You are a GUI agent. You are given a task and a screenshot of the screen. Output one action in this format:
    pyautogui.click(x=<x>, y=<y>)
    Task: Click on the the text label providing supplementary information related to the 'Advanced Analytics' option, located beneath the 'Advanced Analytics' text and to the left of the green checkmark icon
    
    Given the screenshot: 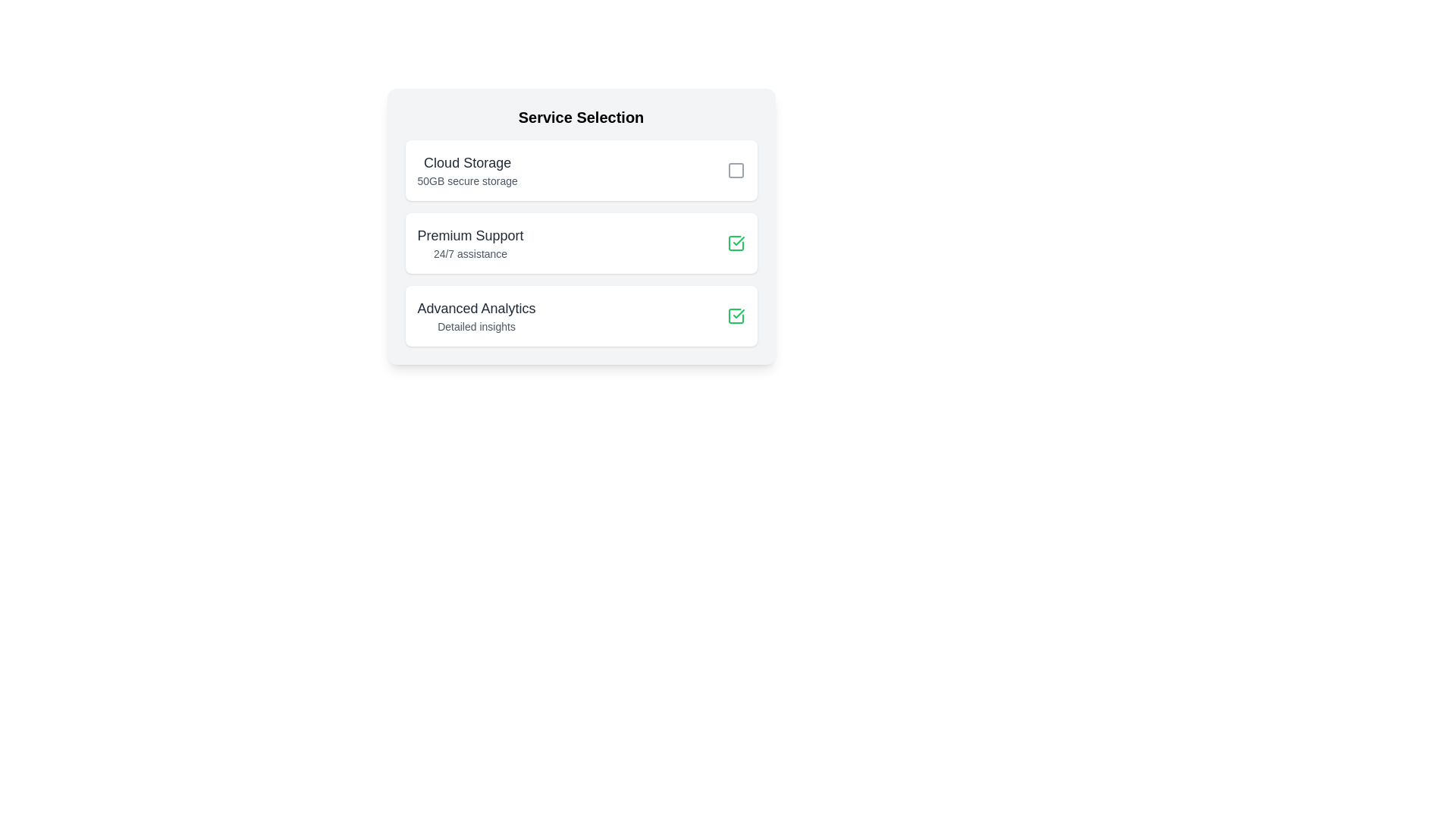 What is the action you would take?
    pyautogui.click(x=475, y=326)
    